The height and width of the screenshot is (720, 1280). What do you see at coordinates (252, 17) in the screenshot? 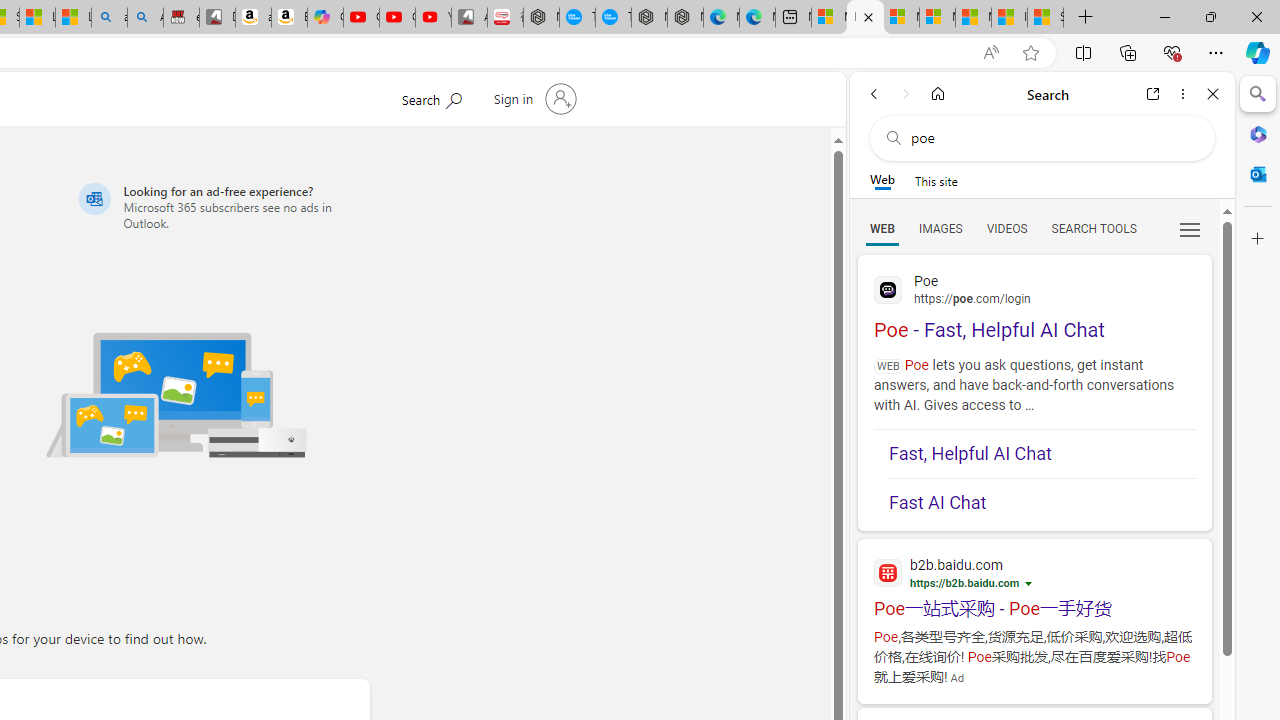
I see `'amazon.in/dp/B0CX59H5W7/?tag=gsmcom05-21'` at bounding box center [252, 17].